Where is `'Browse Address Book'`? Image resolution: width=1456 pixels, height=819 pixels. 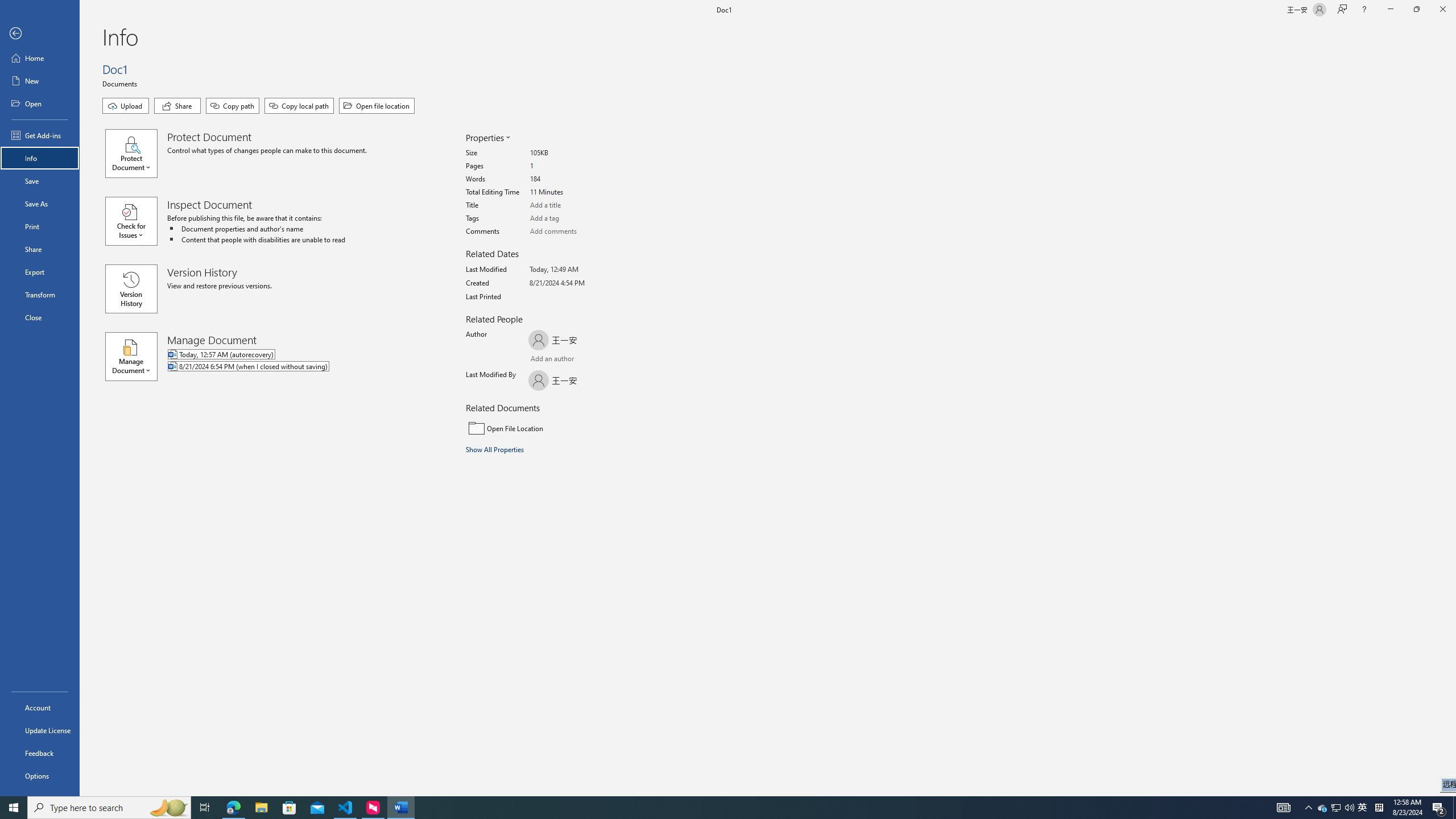
'Browse Address Book' is located at coordinates (595, 359).